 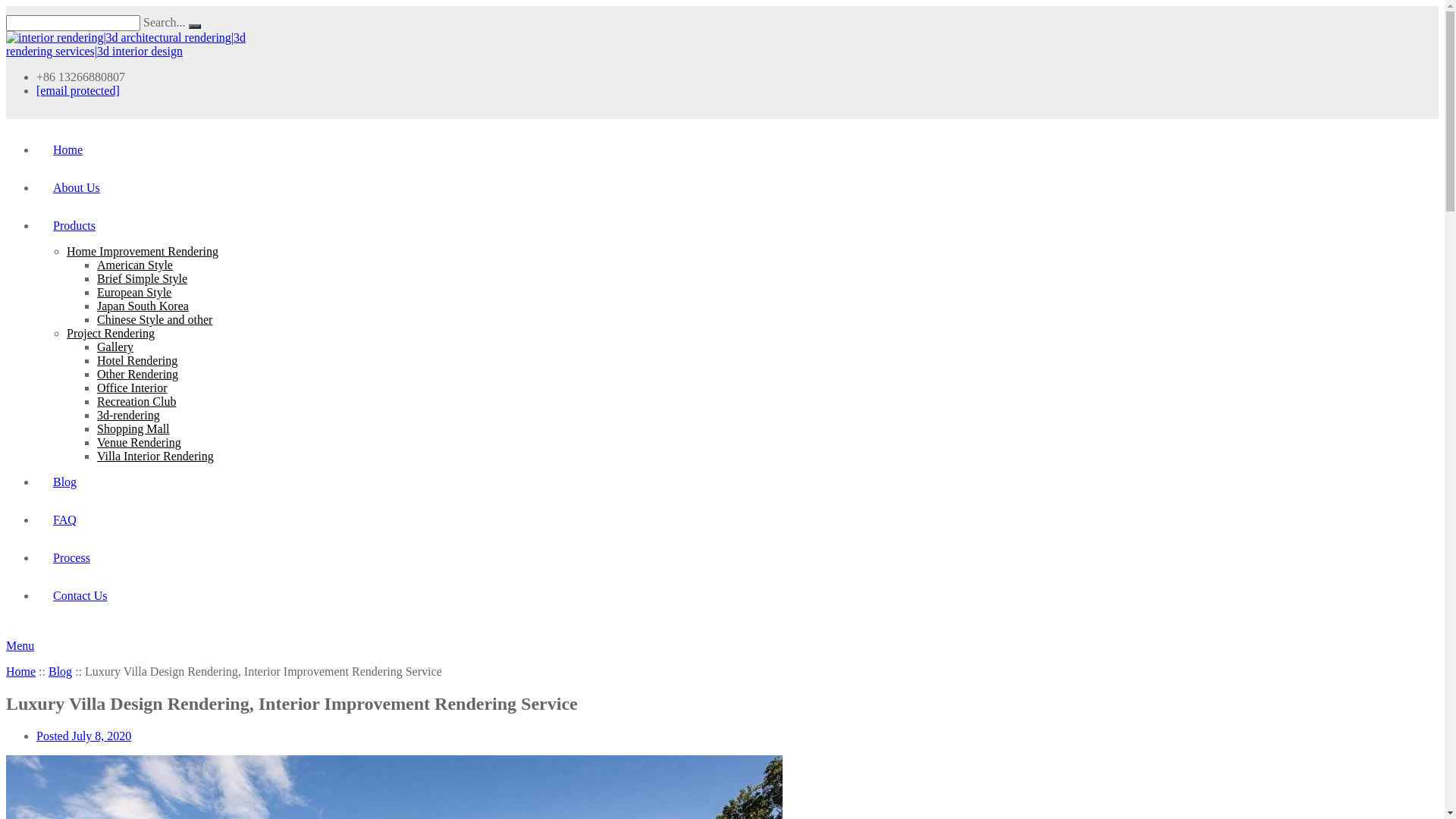 I want to click on 'Home', so click(x=20, y=670).